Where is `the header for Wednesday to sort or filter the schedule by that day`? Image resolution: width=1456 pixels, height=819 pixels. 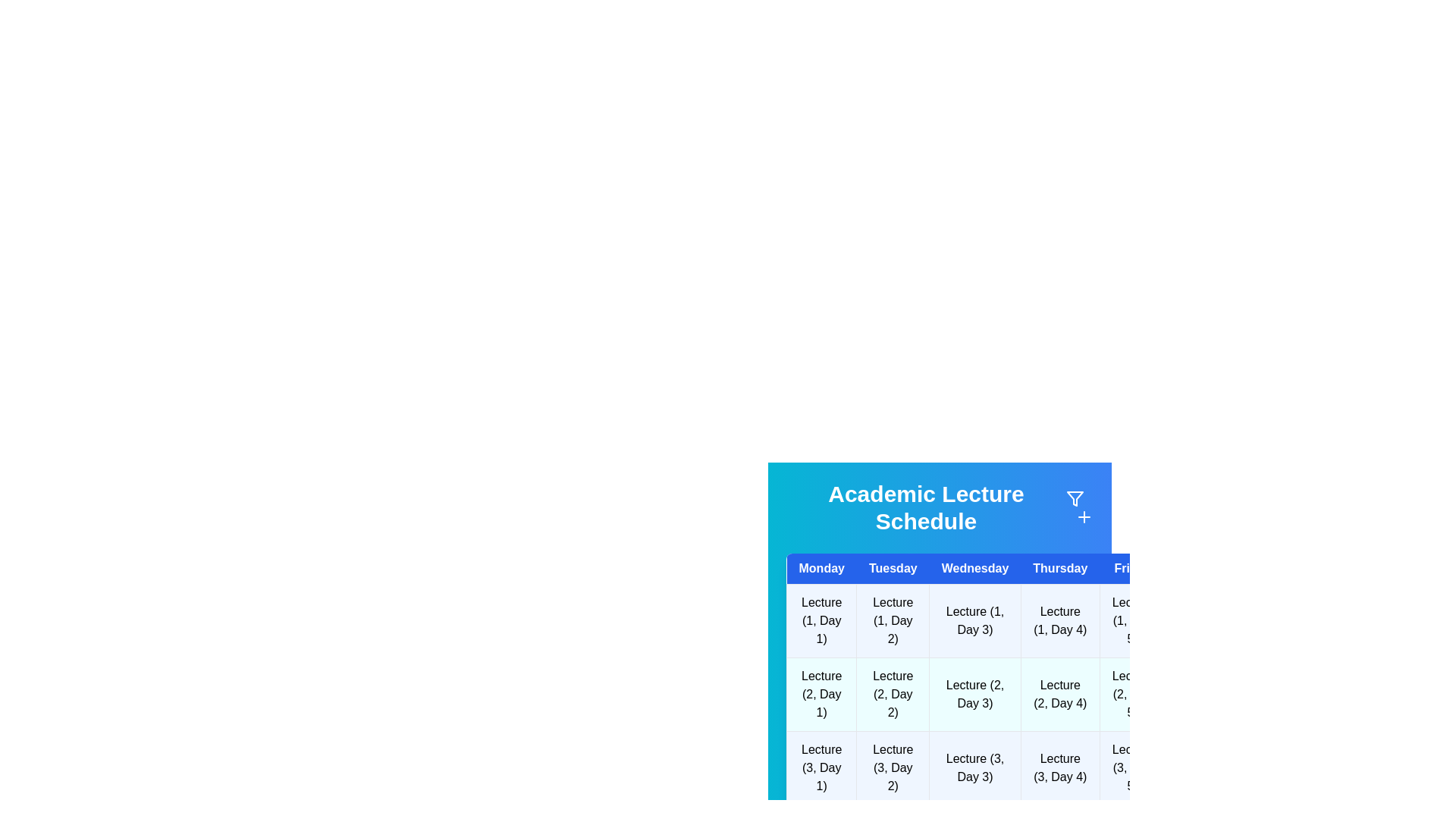
the header for Wednesday to sort or filter the schedule by that day is located at coordinates (975, 569).